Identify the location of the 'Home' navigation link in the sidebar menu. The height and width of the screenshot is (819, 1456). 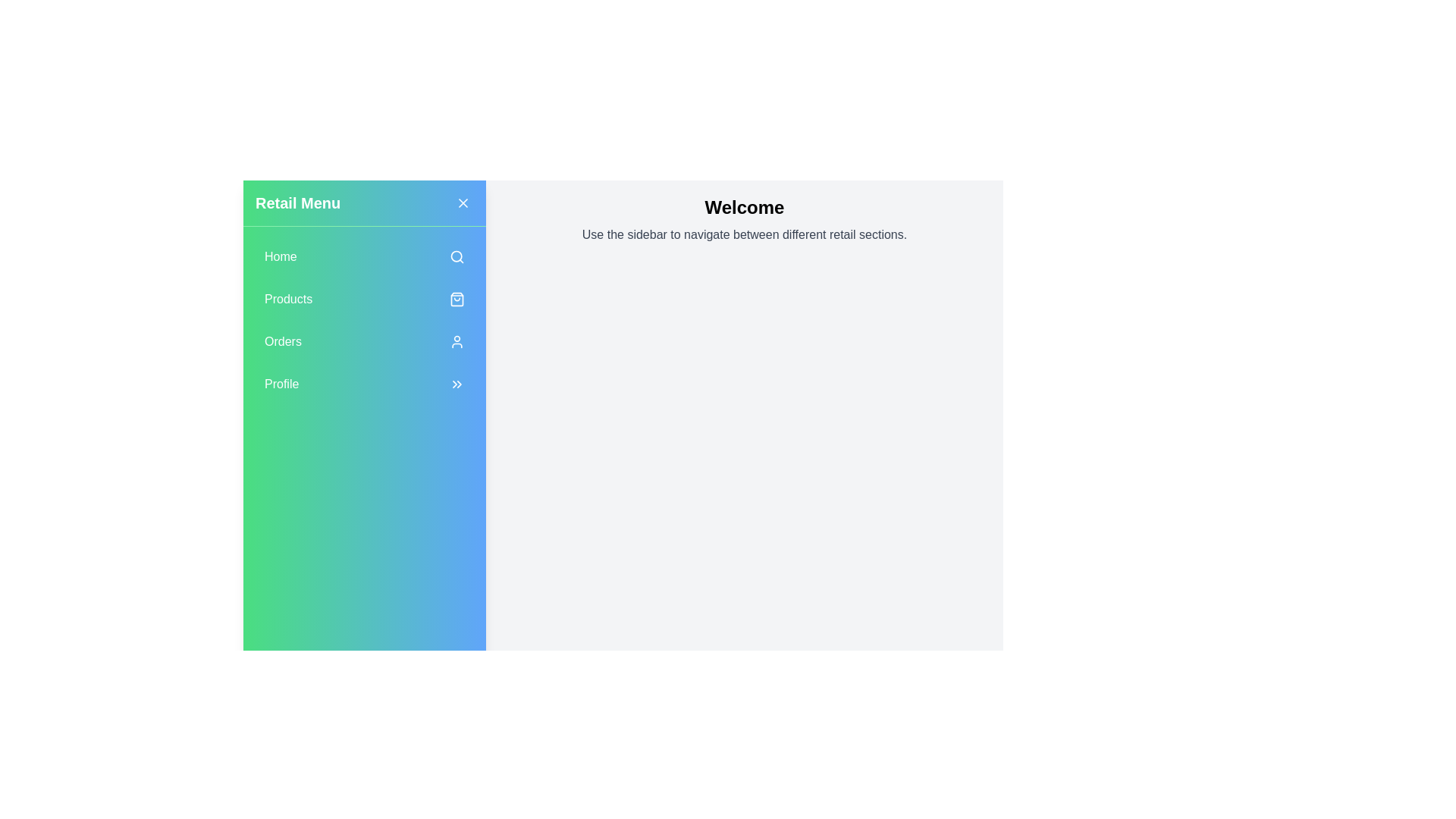
(364, 256).